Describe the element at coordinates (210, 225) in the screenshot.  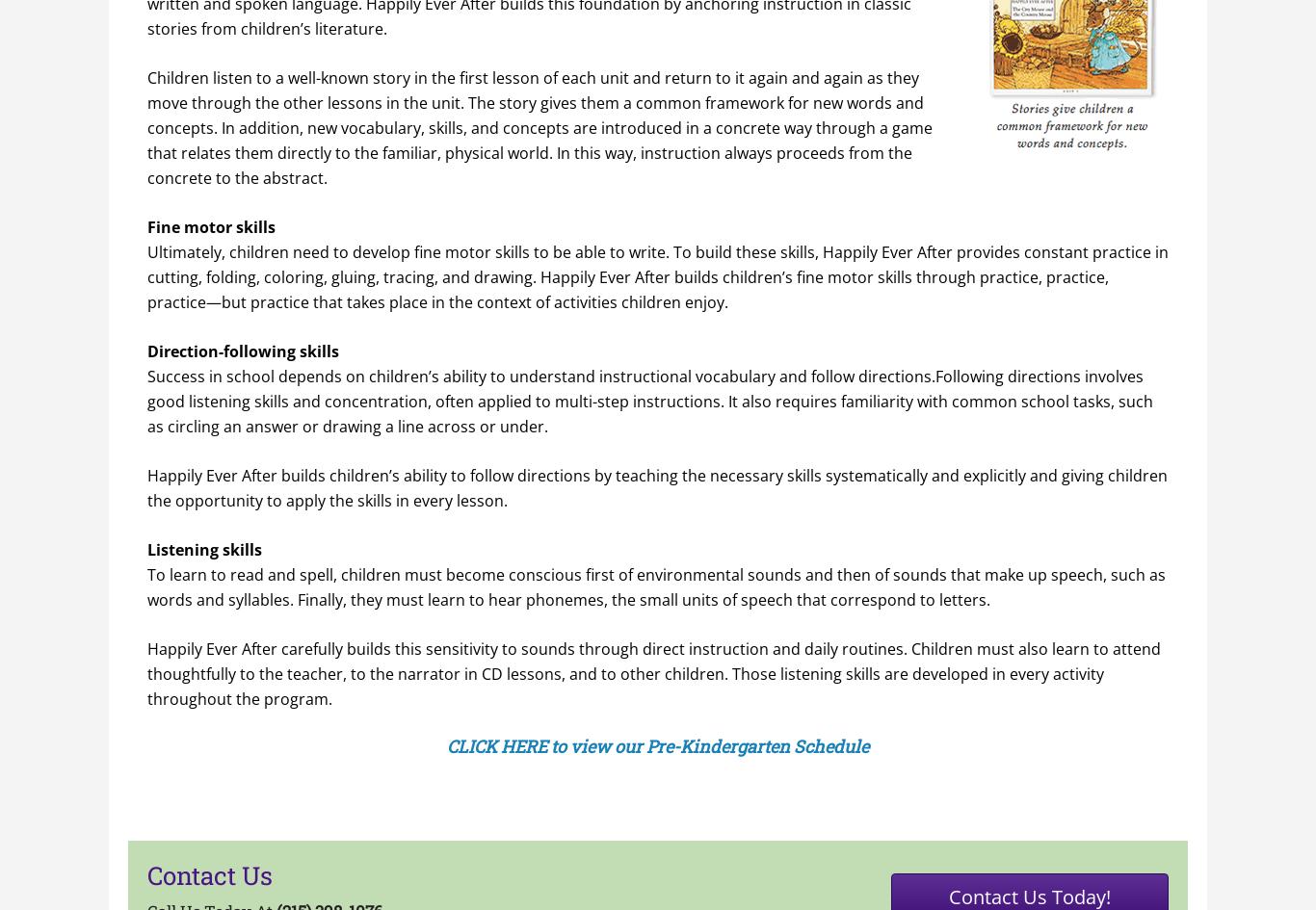
I see `'Fine motor skills'` at that location.